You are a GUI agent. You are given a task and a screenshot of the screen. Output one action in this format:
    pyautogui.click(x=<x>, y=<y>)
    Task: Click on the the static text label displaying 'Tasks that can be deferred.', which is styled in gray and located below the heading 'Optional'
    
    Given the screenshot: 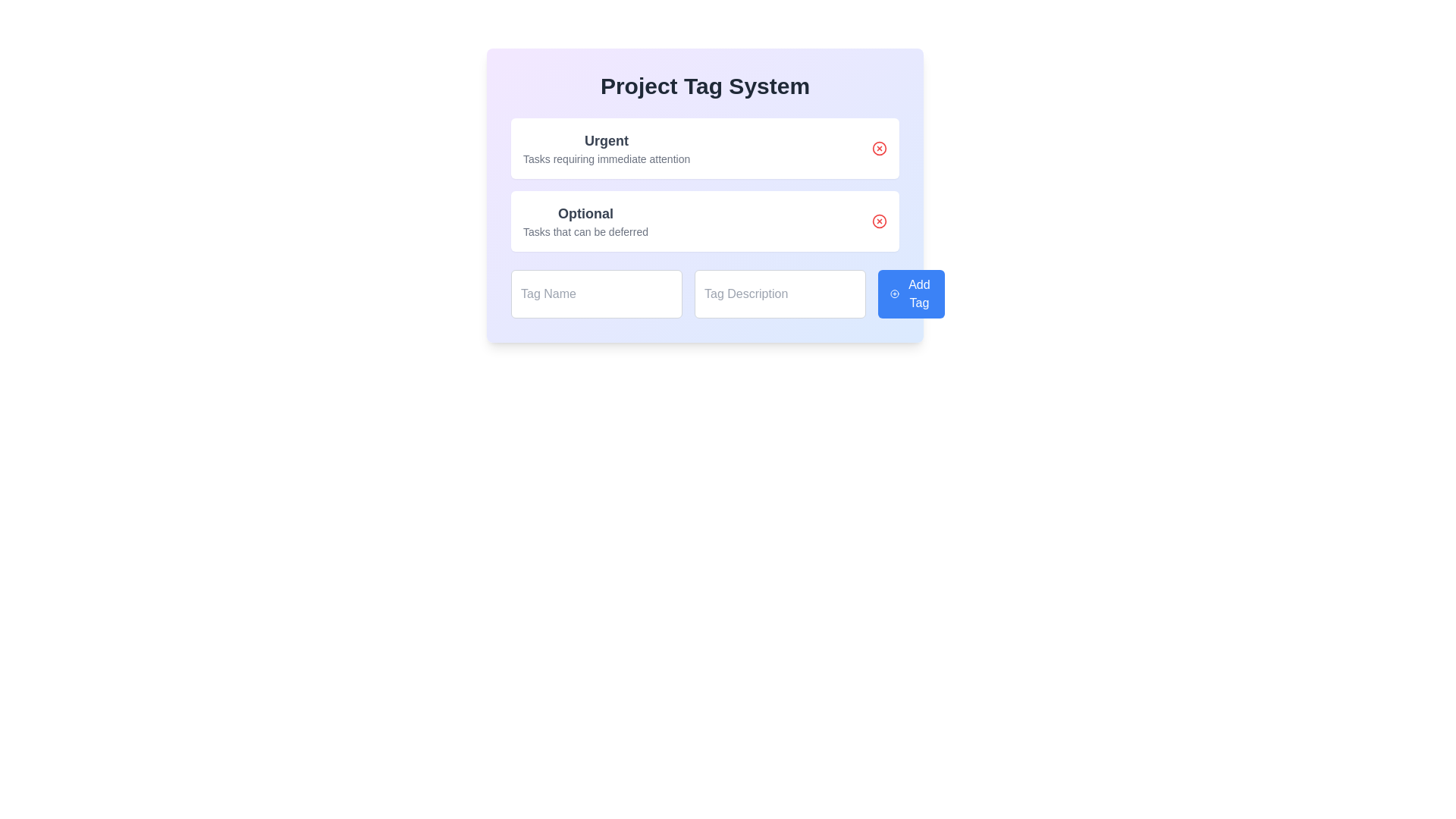 What is the action you would take?
    pyautogui.click(x=585, y=231)
    